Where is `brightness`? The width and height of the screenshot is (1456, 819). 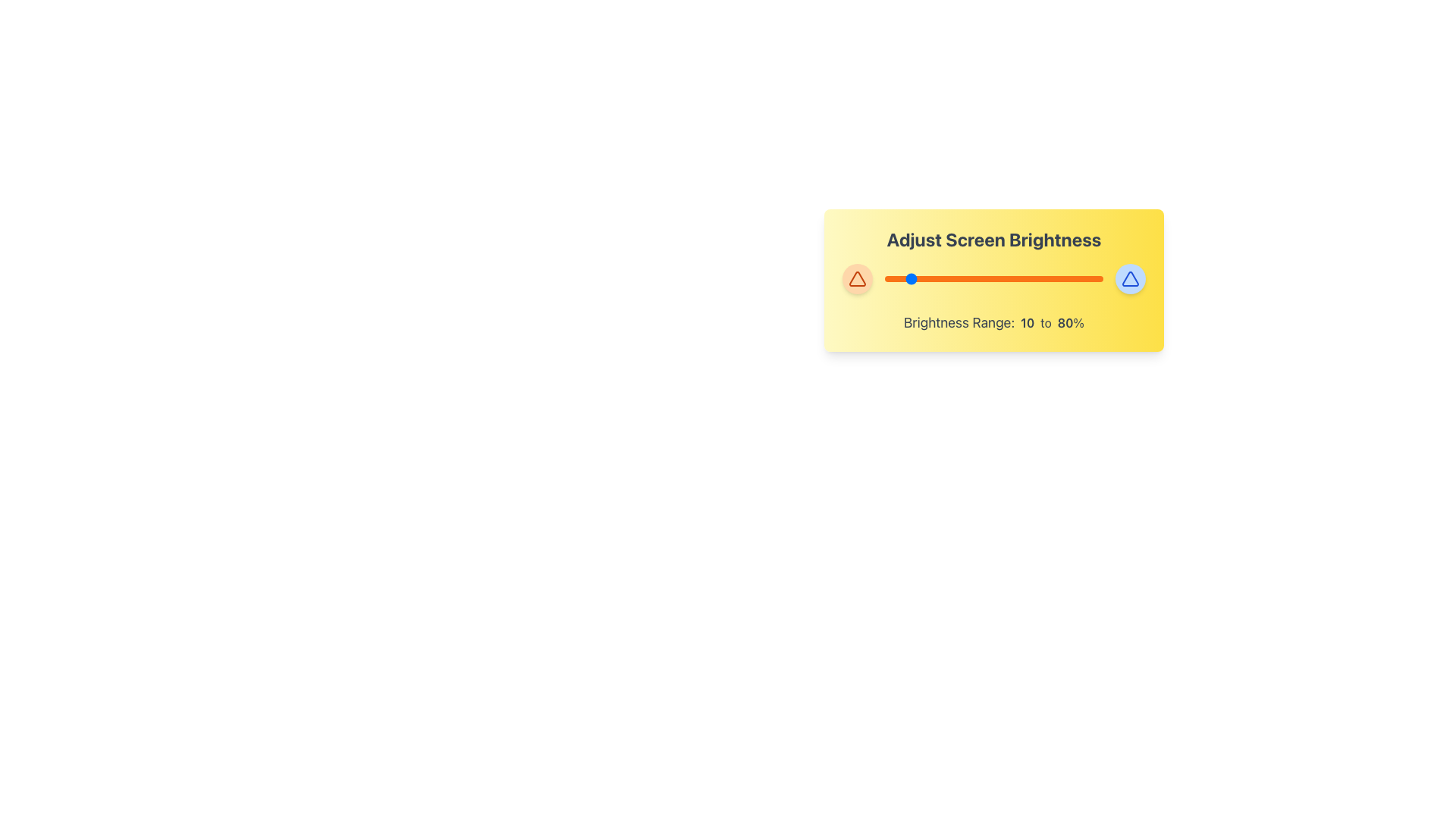 brightness is located at coordinates (1056, 278).